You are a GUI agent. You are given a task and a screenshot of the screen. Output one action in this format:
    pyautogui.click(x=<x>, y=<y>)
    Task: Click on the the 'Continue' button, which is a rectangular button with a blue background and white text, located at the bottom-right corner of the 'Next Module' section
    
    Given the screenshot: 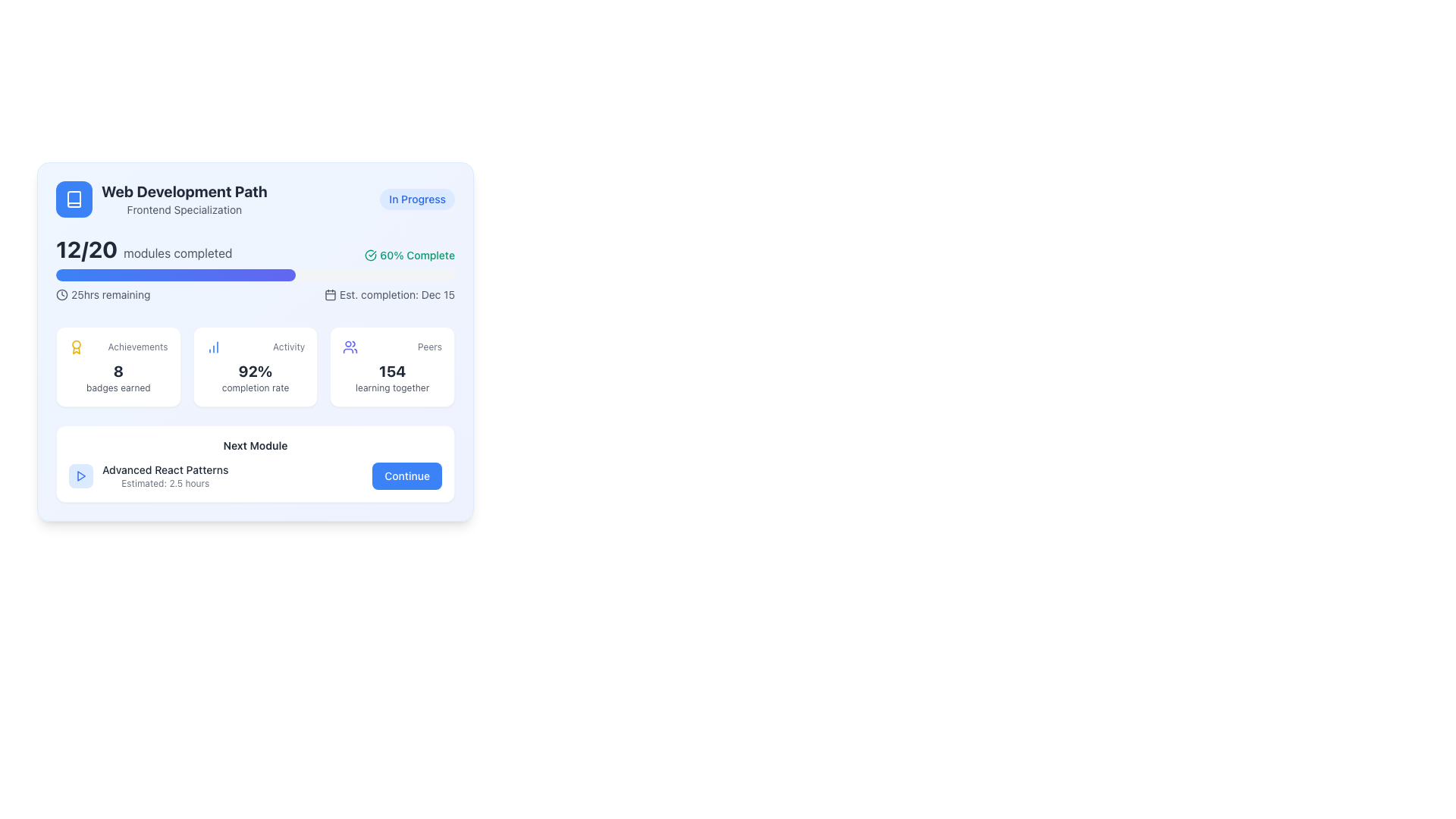 What is the action you would take?
    pyautogui.click(x=407, y=475)
    